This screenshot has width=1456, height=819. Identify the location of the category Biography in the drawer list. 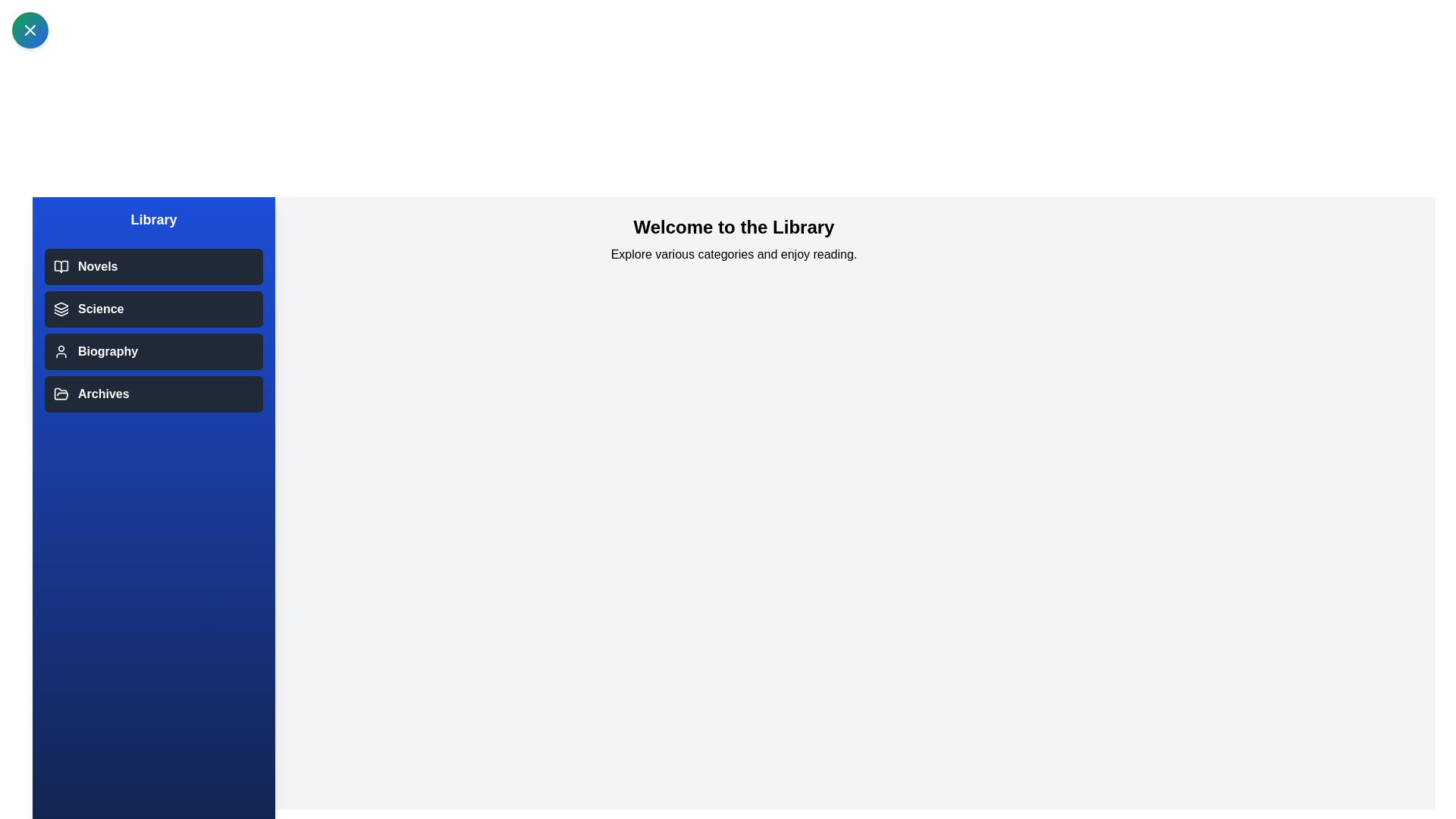
(153, 351).